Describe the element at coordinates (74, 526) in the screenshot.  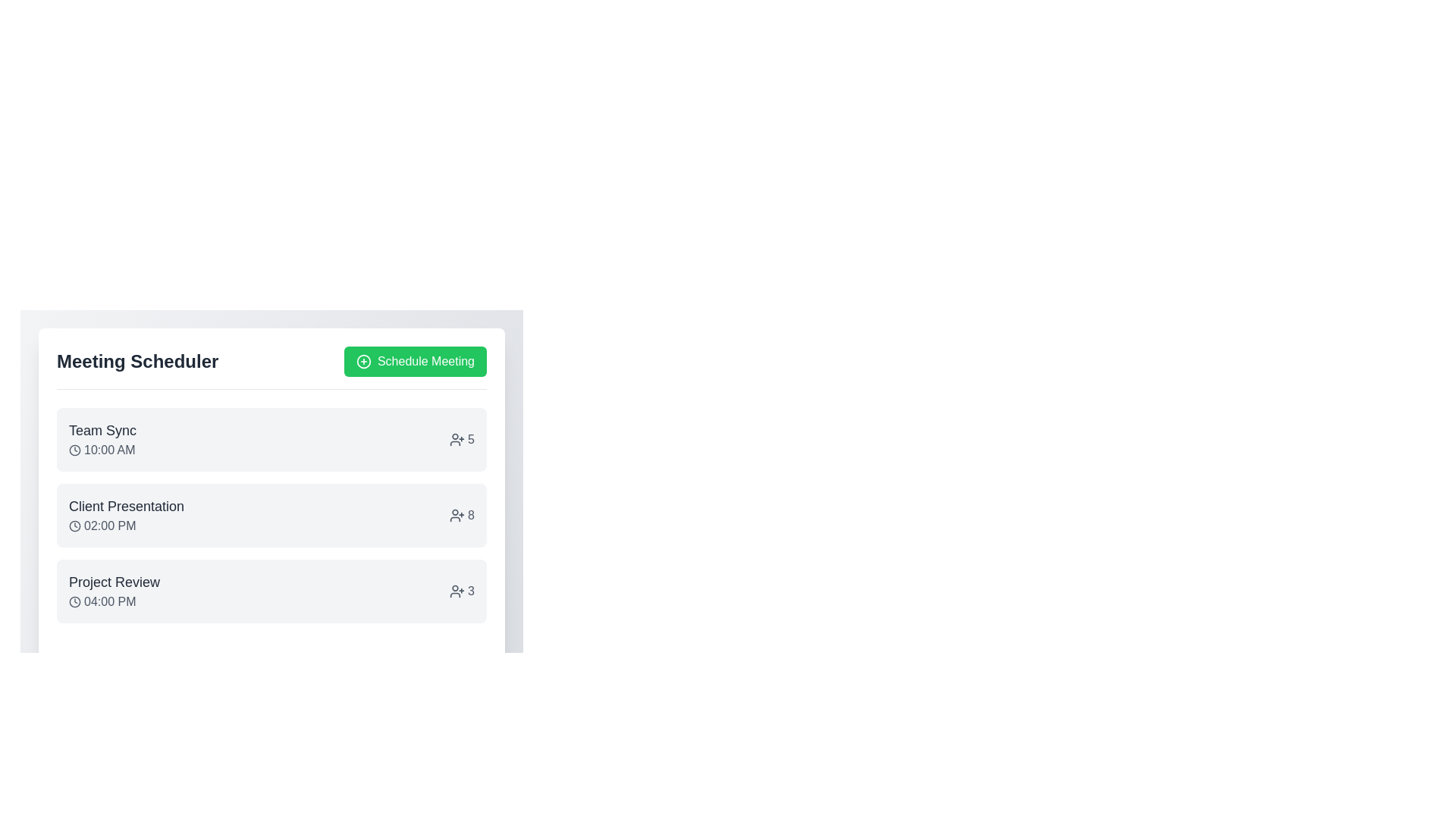
I see `the clock icon located to the left of the time label '02:00 PM' in the 'Client Presentation' row for visual guidance` at that location.